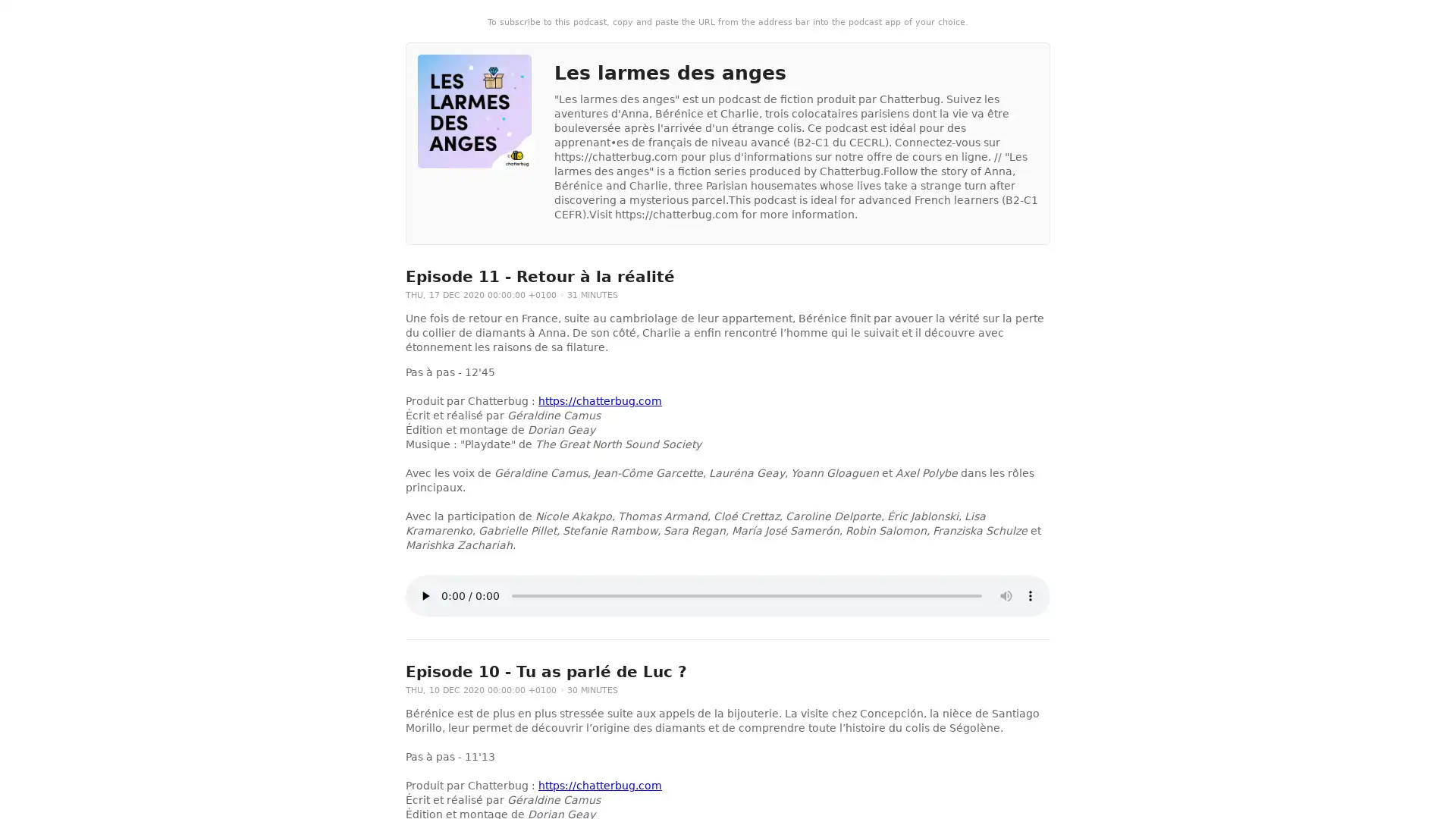 This screenshot has height=819, width=1456. Describe the element at coordinates (1006, 595) in the screenshot. I see `mute` at that location.